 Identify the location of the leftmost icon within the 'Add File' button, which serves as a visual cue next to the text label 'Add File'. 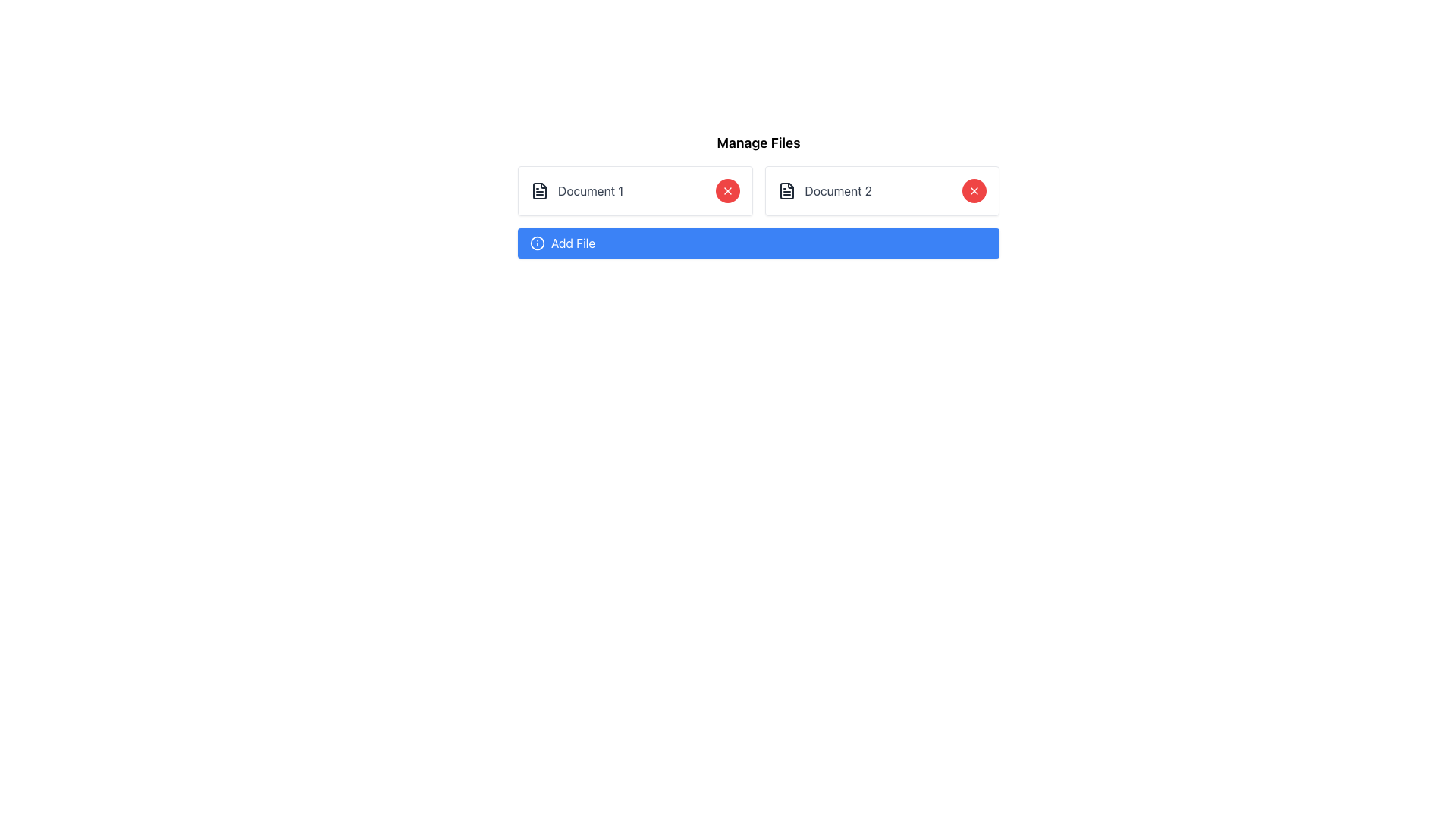
(538, 242).